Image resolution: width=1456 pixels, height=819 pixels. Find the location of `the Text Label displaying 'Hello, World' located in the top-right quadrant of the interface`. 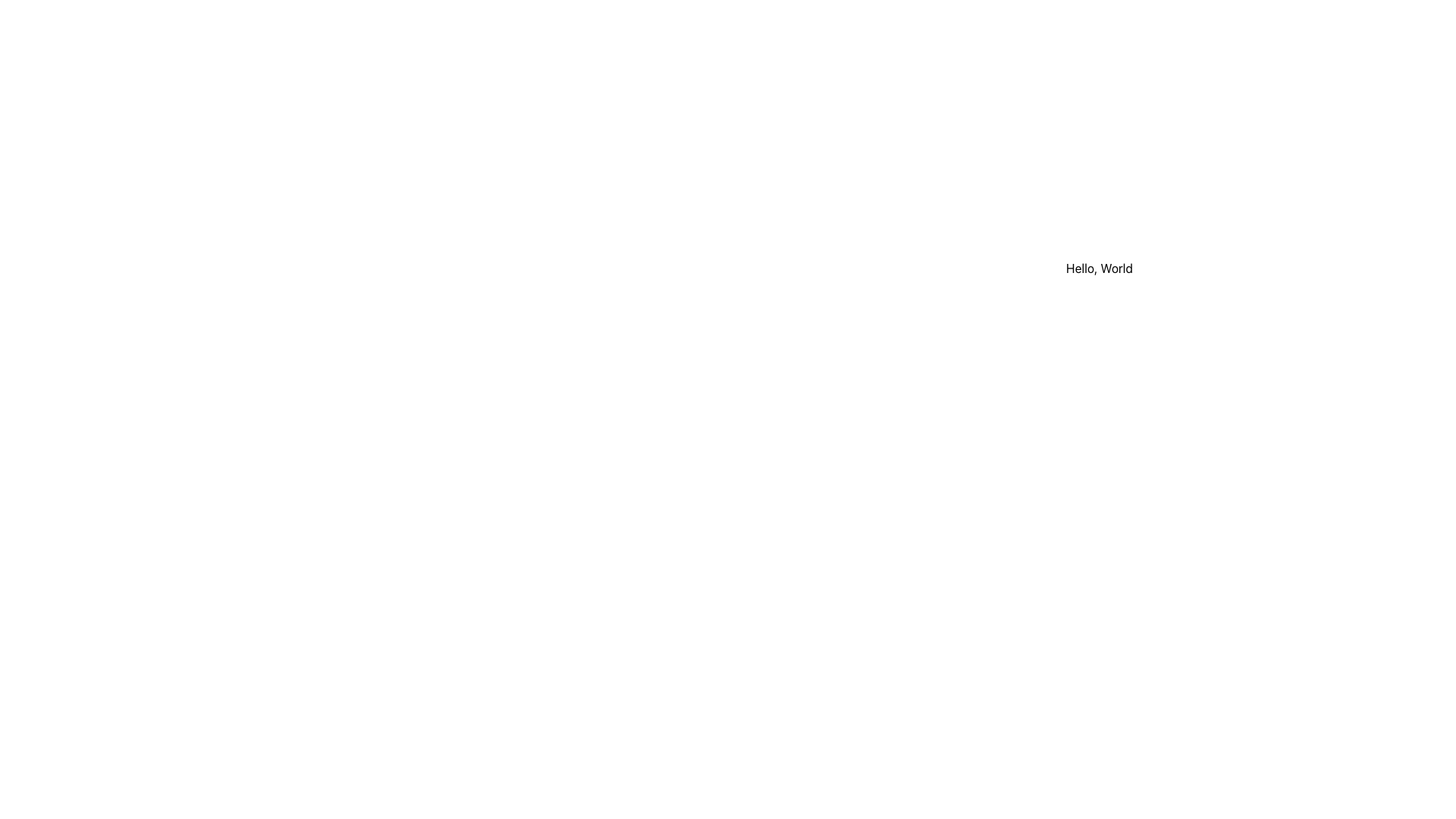

the Text Label displaying 'Hello, World' located in the top-right quadrant of the interface is located at coordinates (1099, 268).